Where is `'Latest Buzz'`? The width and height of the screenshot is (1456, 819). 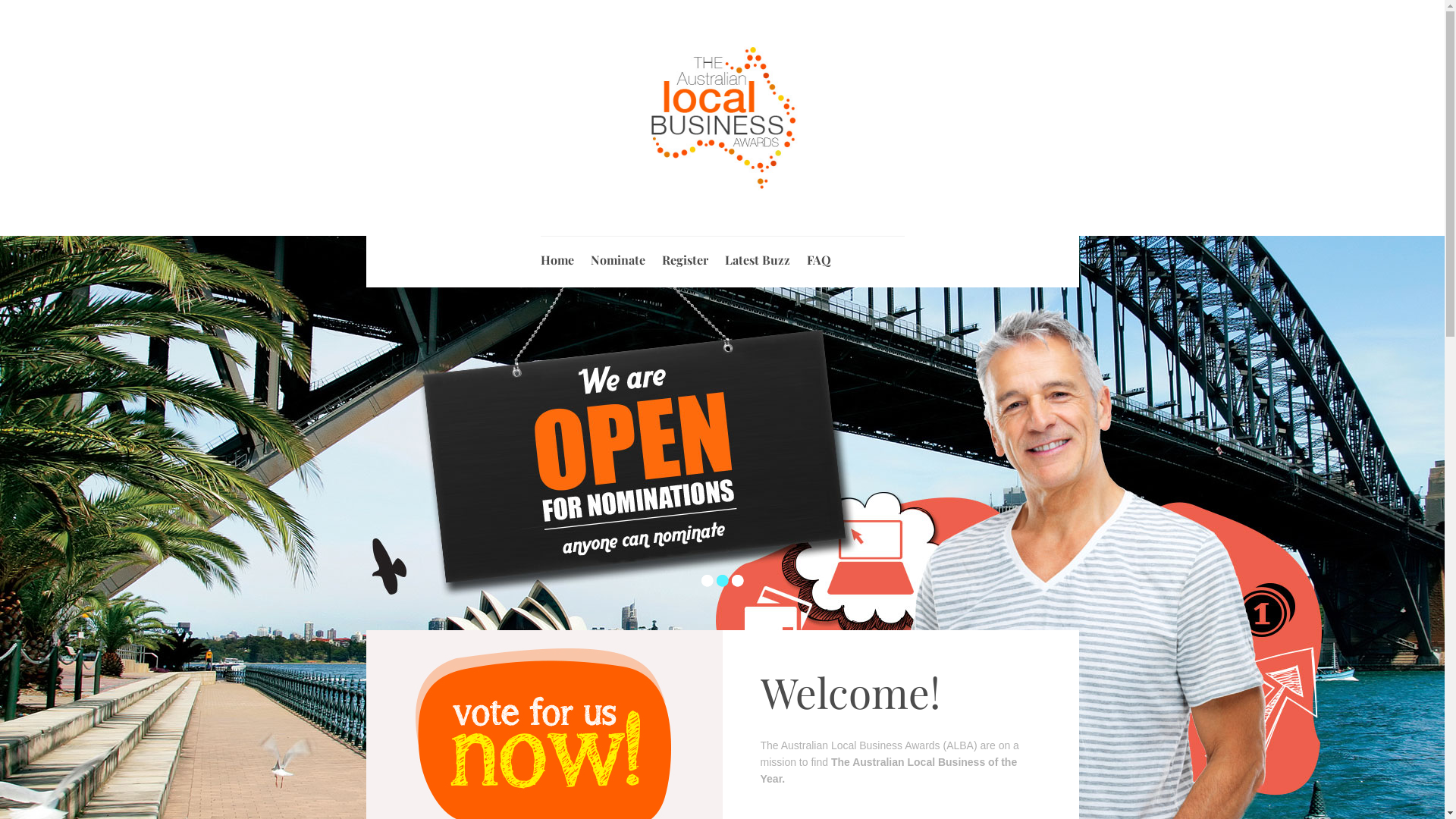
'Latest Buzz' is located at coordinates (757, 254).